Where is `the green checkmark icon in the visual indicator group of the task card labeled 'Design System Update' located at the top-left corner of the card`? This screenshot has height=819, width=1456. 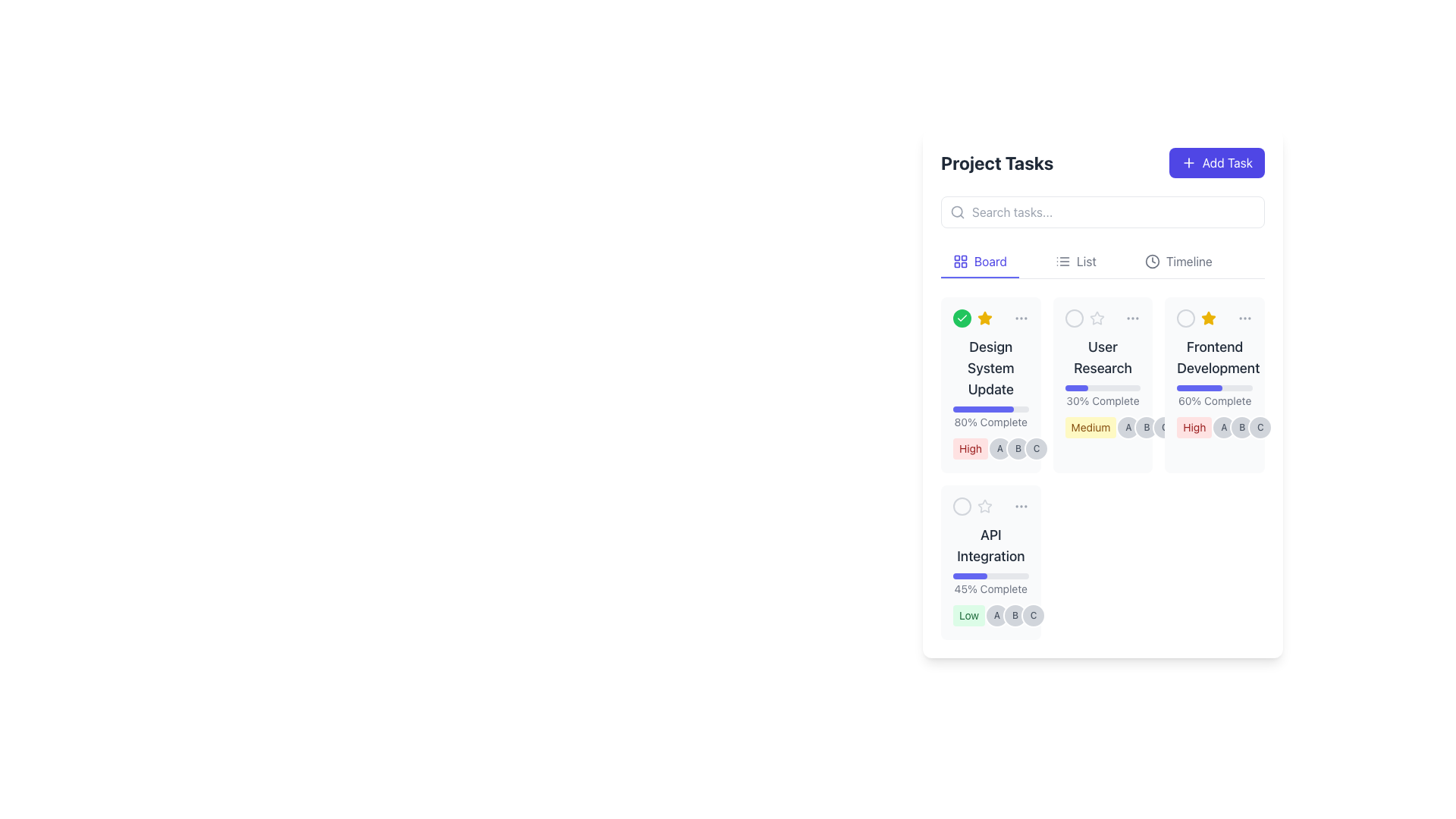 the green checkmark icon in the visual indicator group of the task card labeled 'Design System Update' located at the top-left corner of the card is located at coordinates (972, 318).